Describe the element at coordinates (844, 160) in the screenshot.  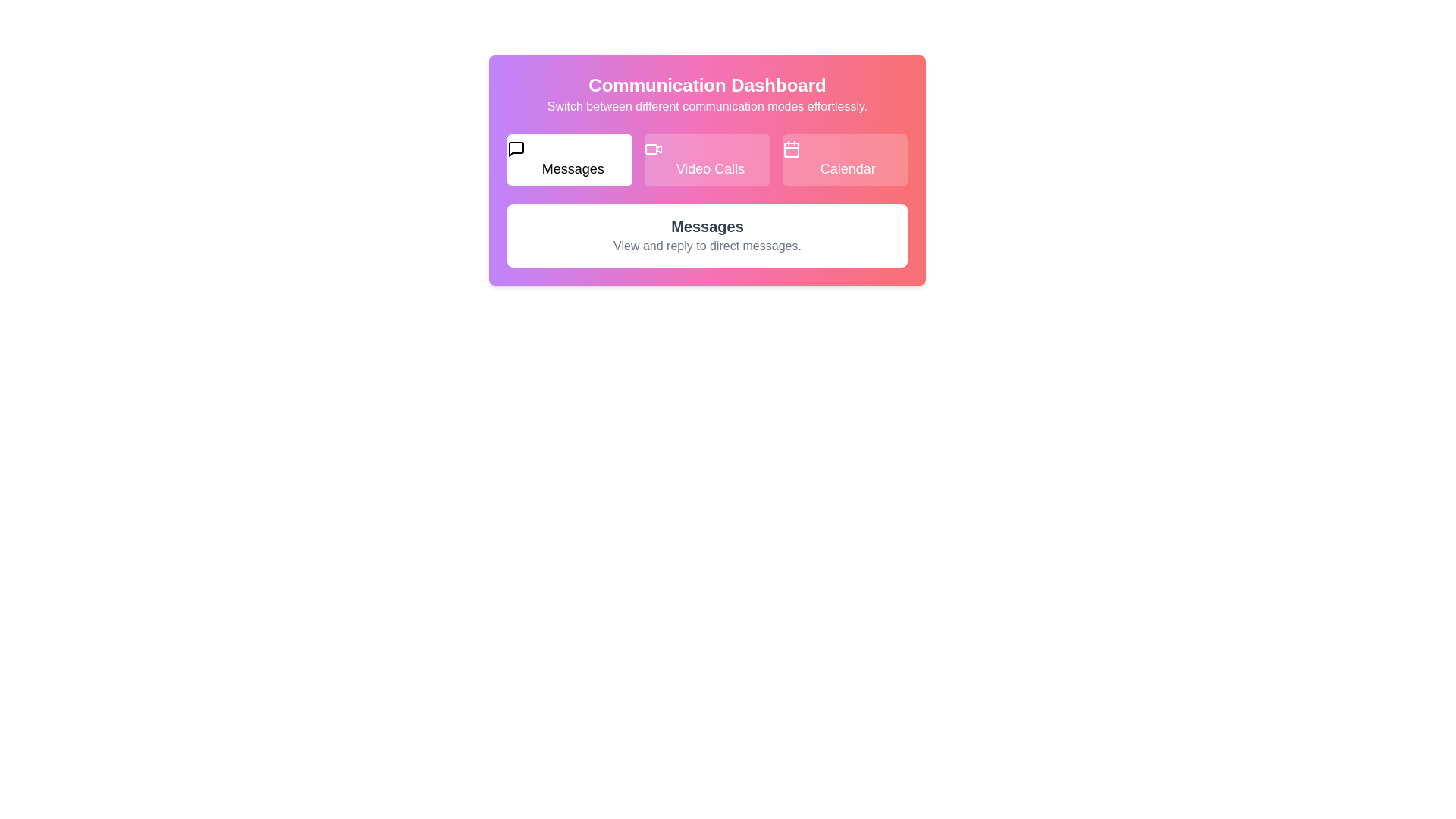
I see `the Calendar tab to explore its content` at that location.